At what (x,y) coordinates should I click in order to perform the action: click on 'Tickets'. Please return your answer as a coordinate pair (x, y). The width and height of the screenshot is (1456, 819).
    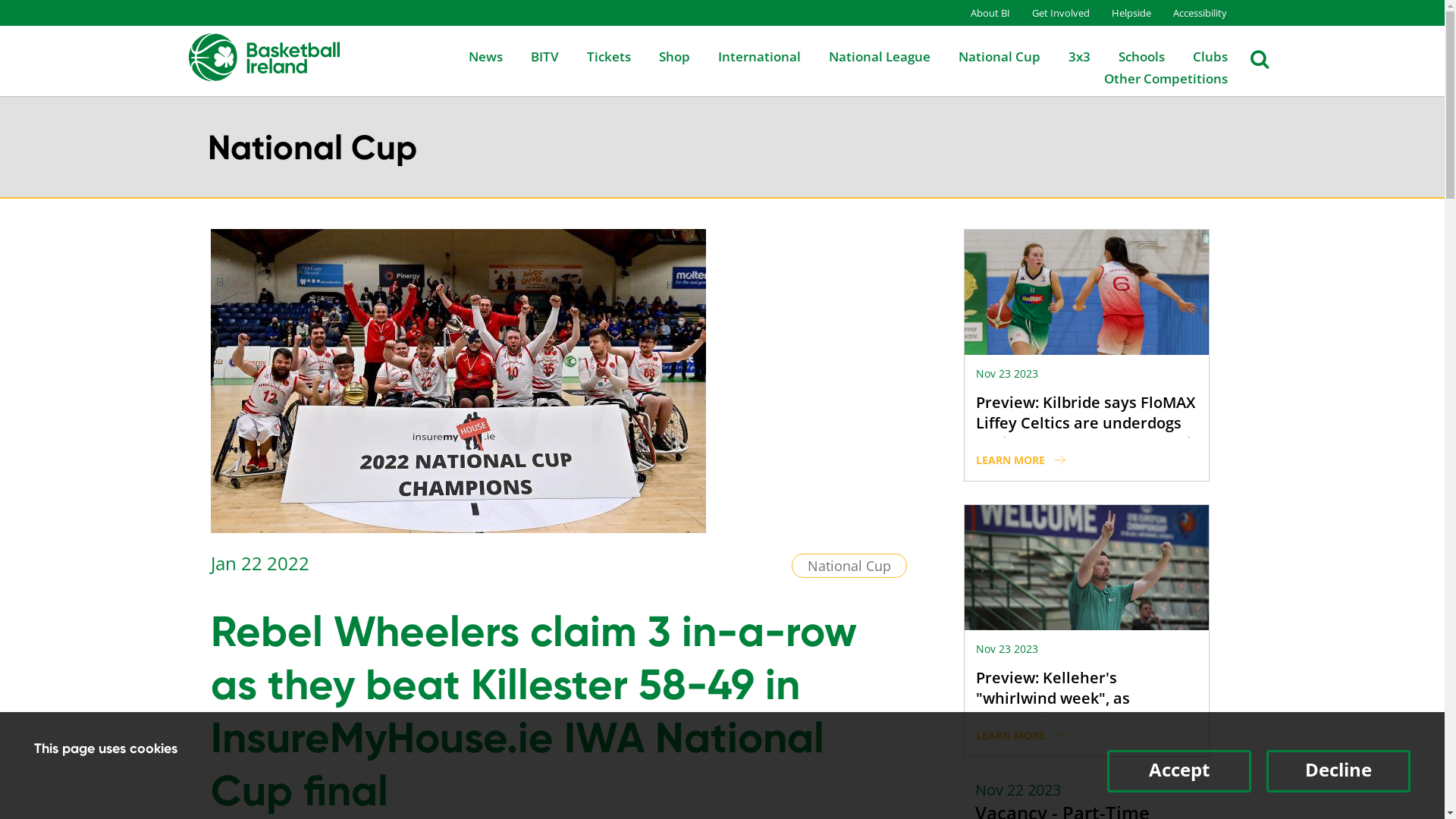
    Looking at the image, I should click on (560, 55).